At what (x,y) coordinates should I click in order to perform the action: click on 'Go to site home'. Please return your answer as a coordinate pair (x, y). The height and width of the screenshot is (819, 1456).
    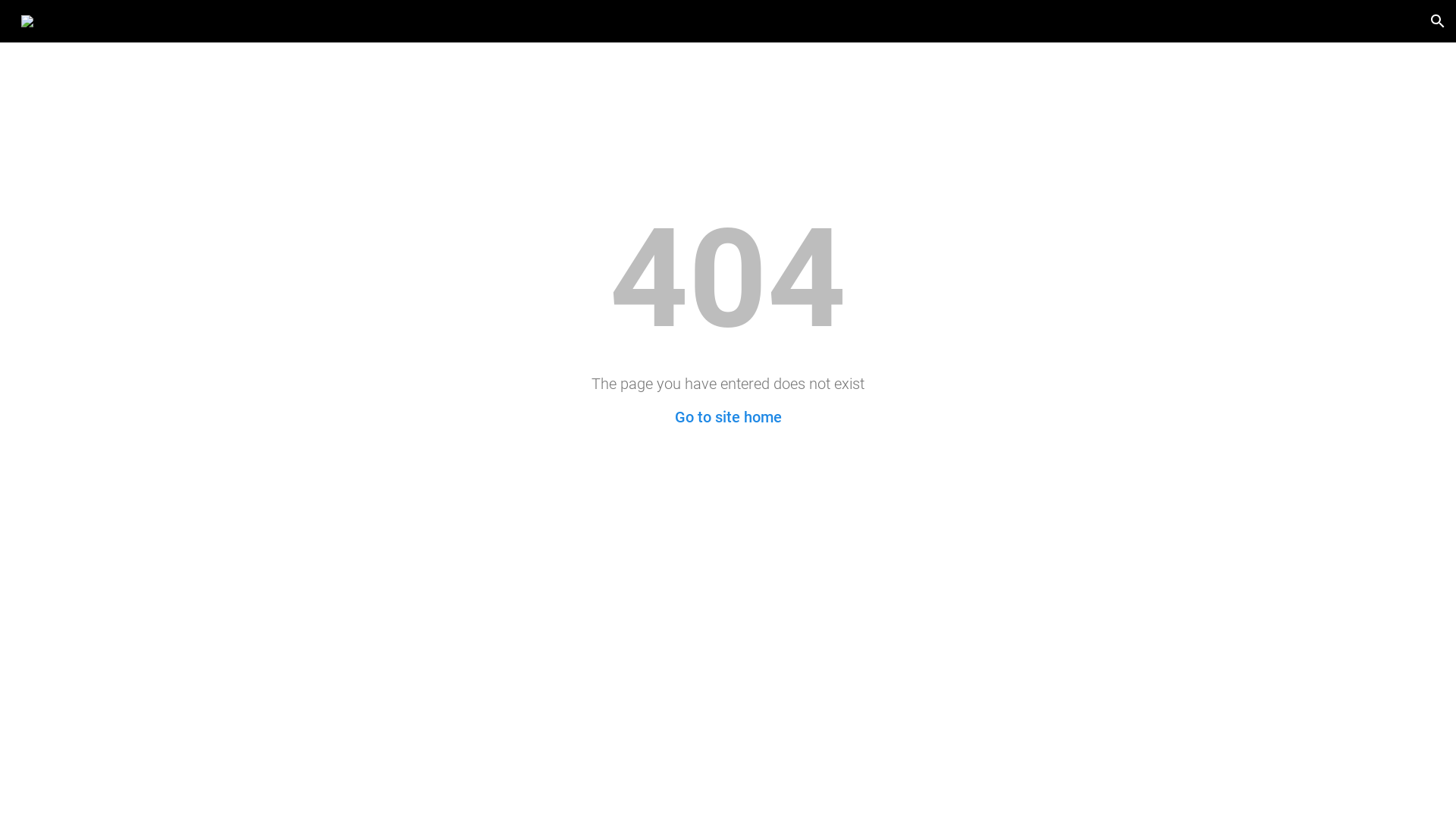
    Looking at the image, I should click on (673, 417).